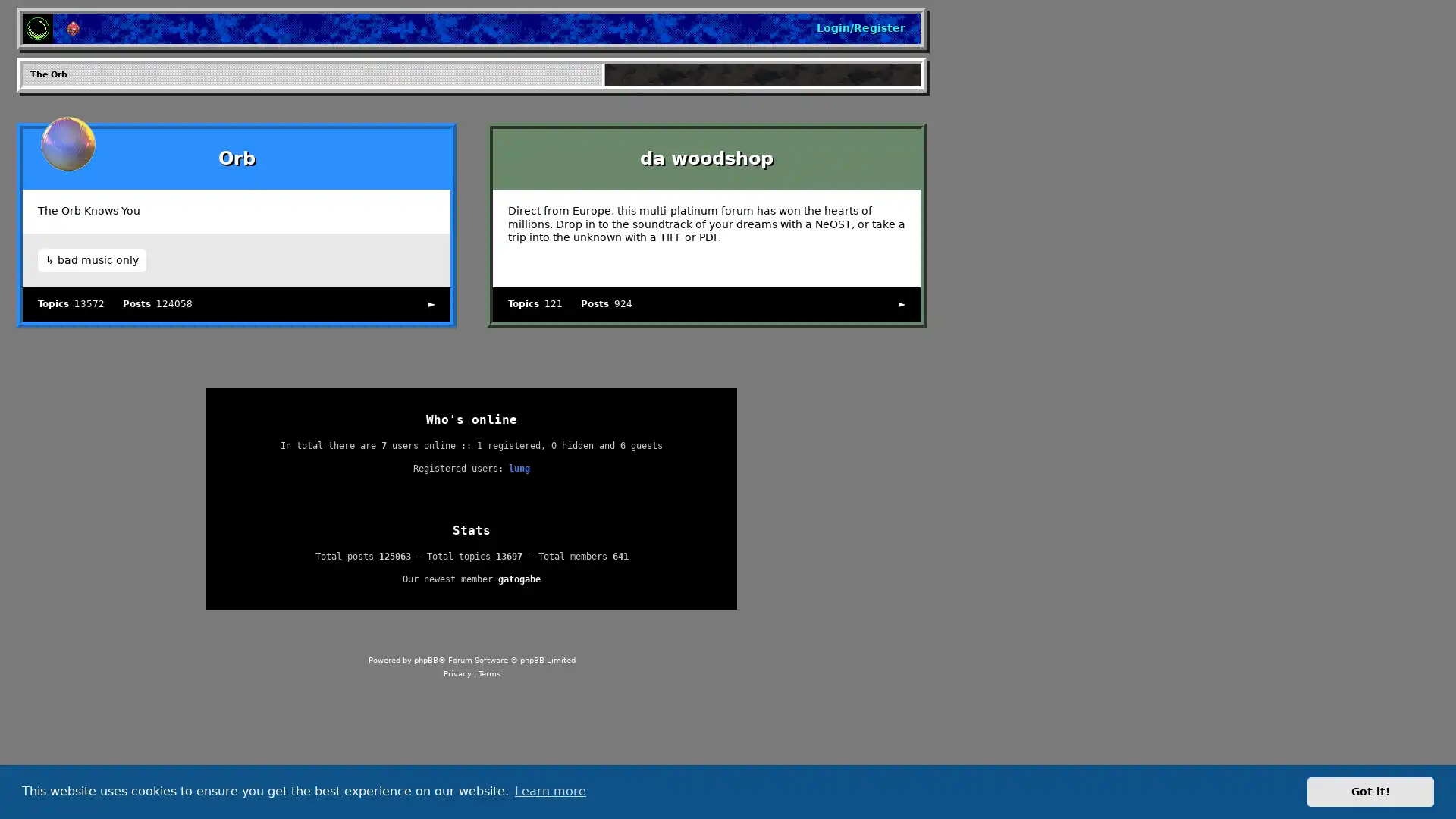 The width and height of the screenshot is (1456, 819). I want to click on learn more about cookies, so click(549, 791).